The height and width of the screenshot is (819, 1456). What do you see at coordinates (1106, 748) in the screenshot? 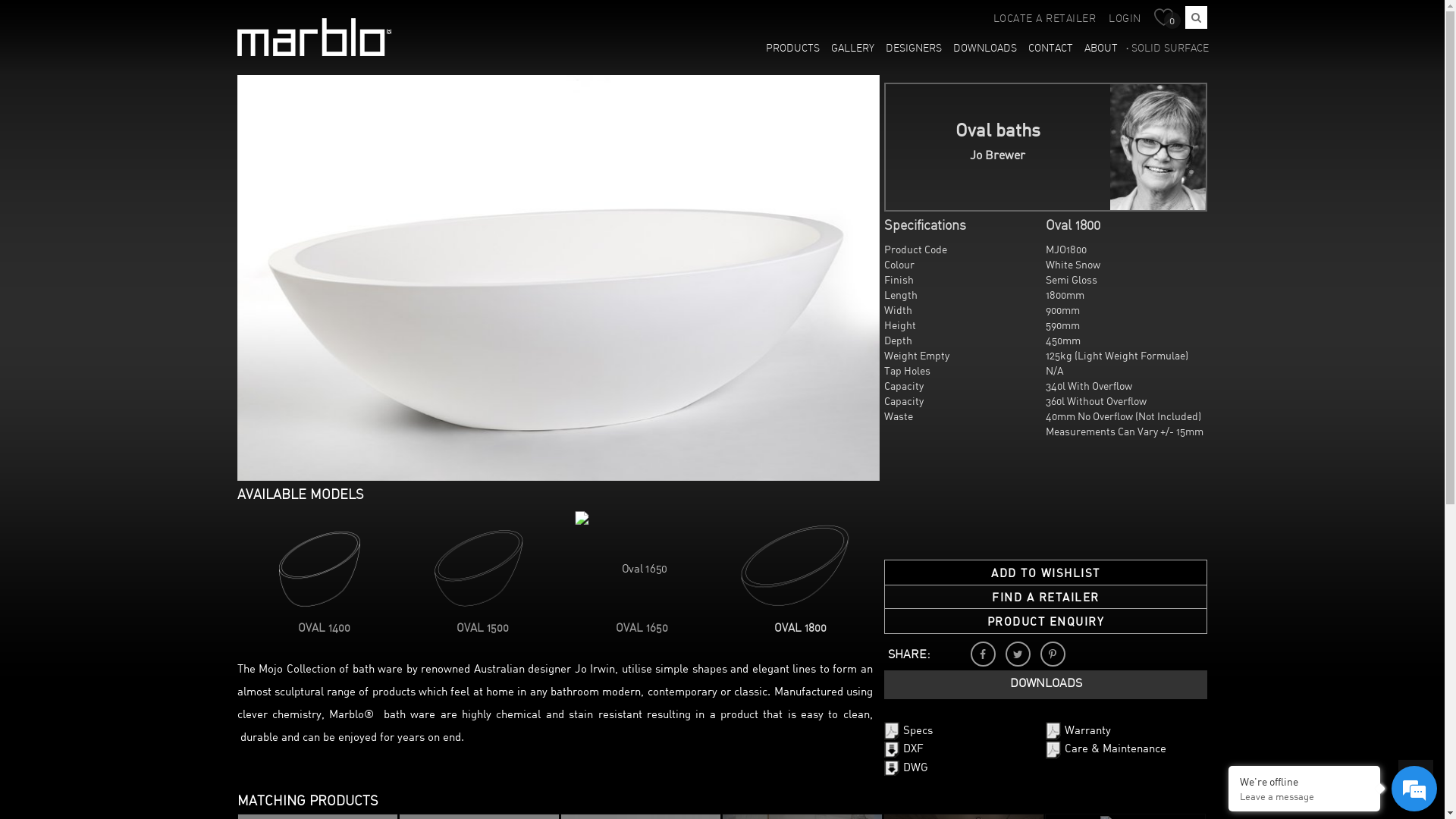
I see `'Care & Maintenance'` at bounding box center [1106, 748].